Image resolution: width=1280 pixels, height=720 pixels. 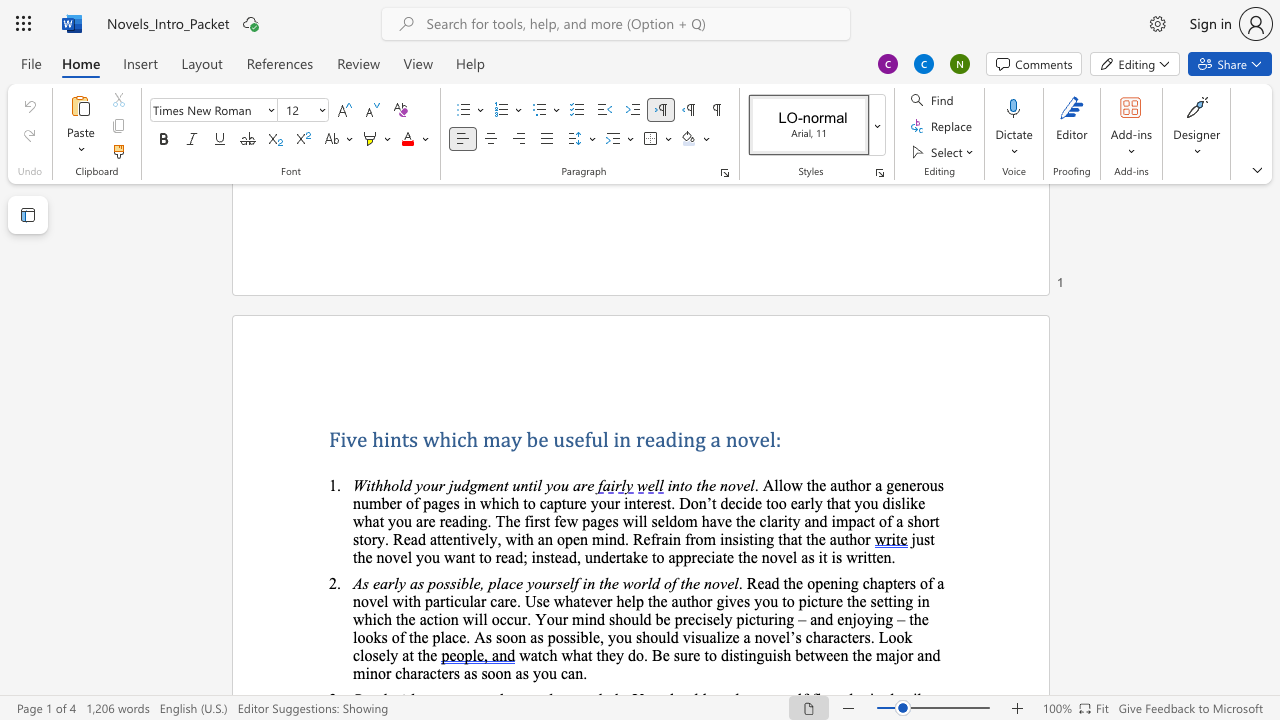 I want to click on the 5th character "e" in the text, so click(x=763, y=438).